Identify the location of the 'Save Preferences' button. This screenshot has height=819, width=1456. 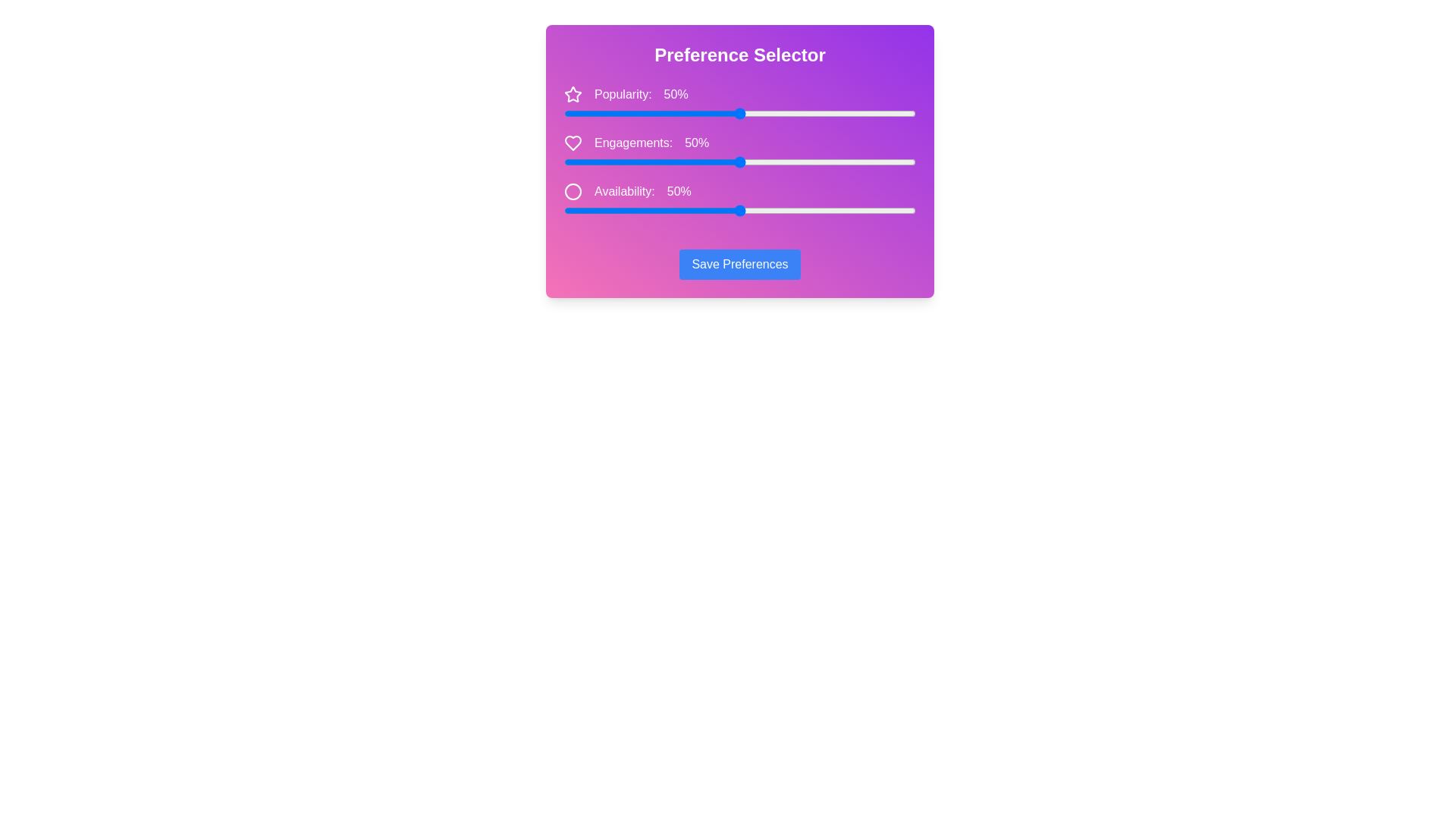
(739, 263).